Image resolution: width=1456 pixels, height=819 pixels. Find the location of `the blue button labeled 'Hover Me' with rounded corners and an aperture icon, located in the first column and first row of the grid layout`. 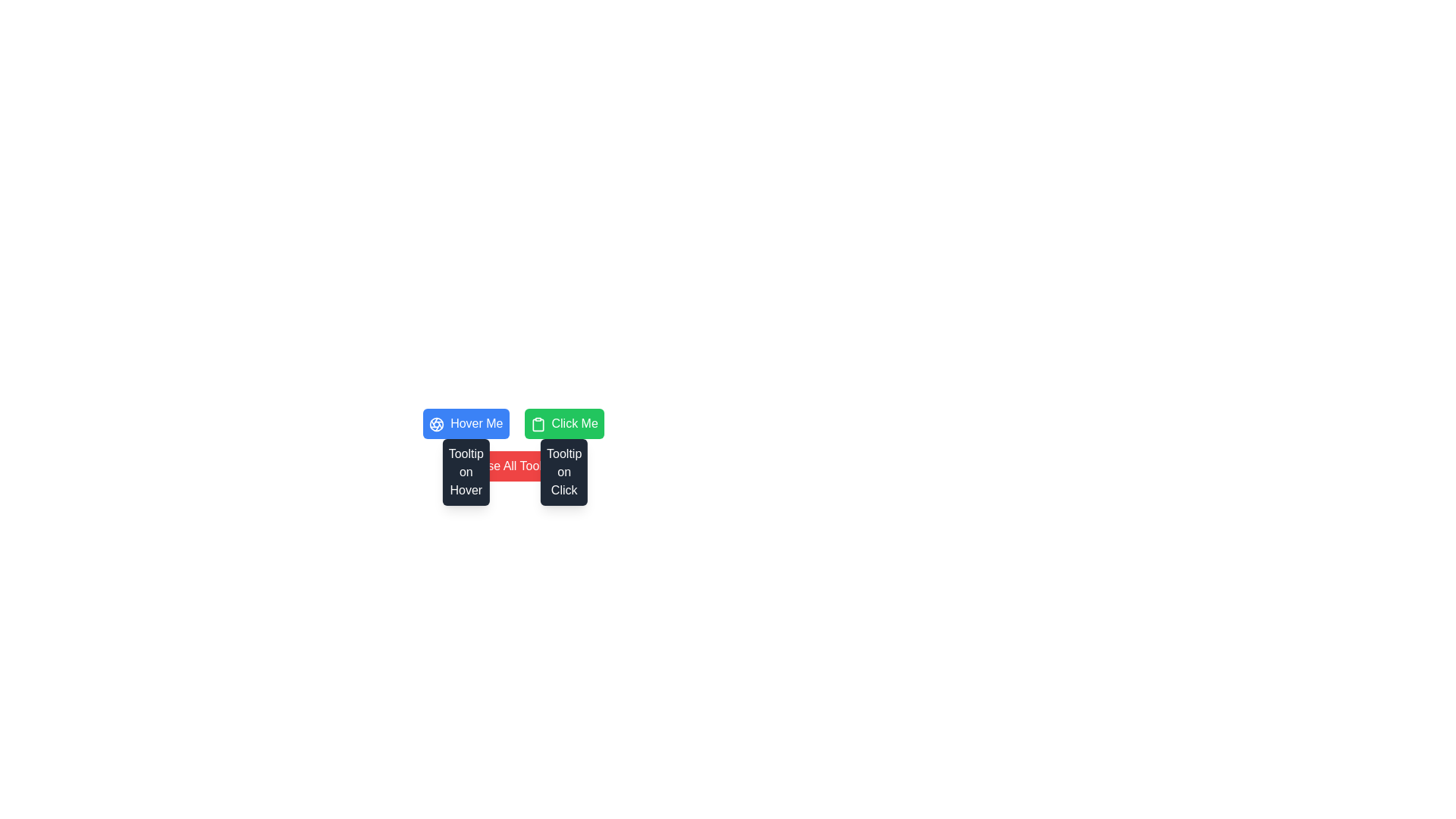

the blue button labeled 'Hover Me' with rounded corners and an aperture icon, located in the first column and first row of the grid layout is located at coordinates (465, 424).